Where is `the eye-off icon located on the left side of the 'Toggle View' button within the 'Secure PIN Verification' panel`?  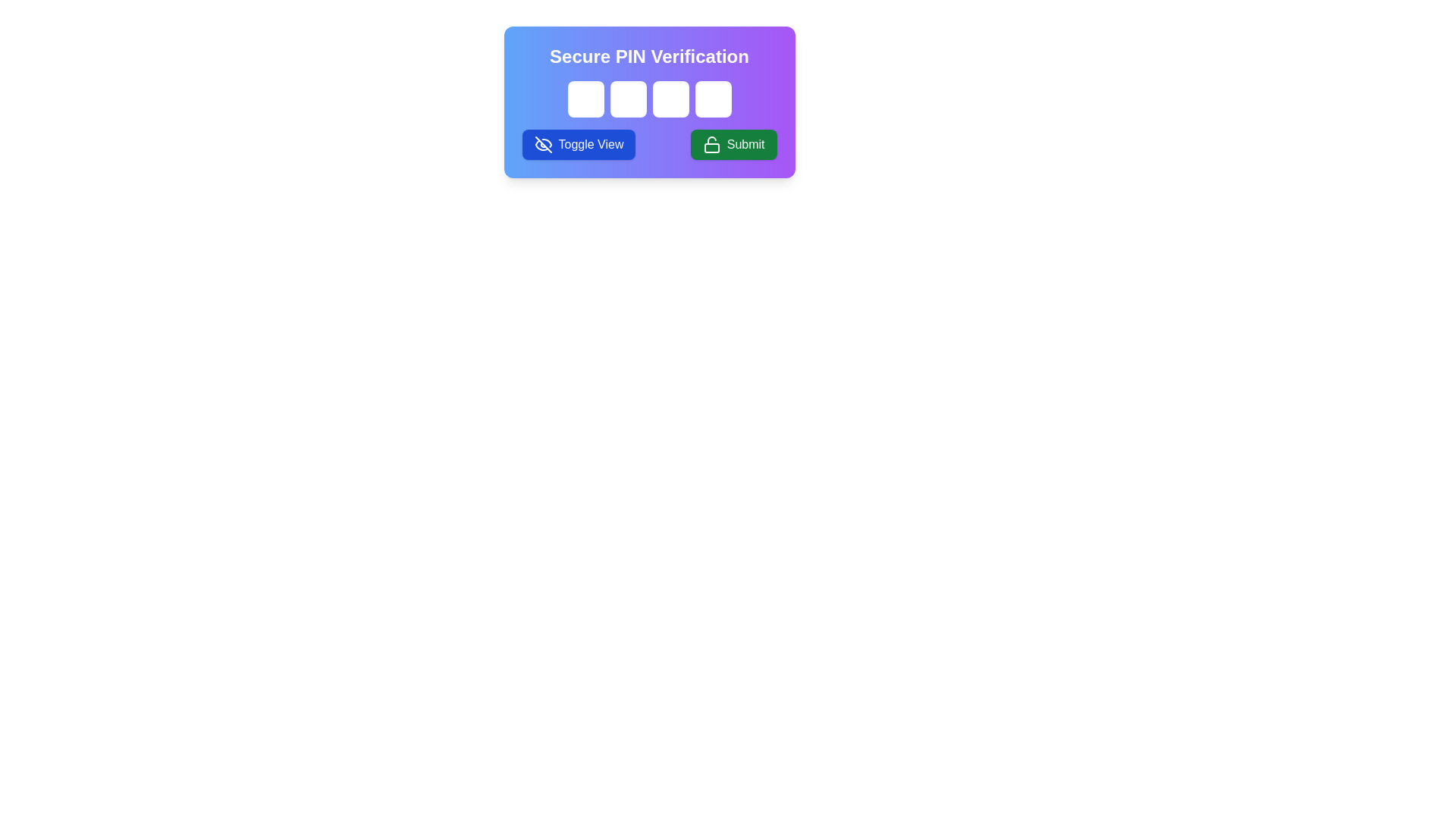 the eye-off icon located on the left side of the 'Toggle View' button within the 'Secure PIN Verification' panel is located at coordinates (543, 145).